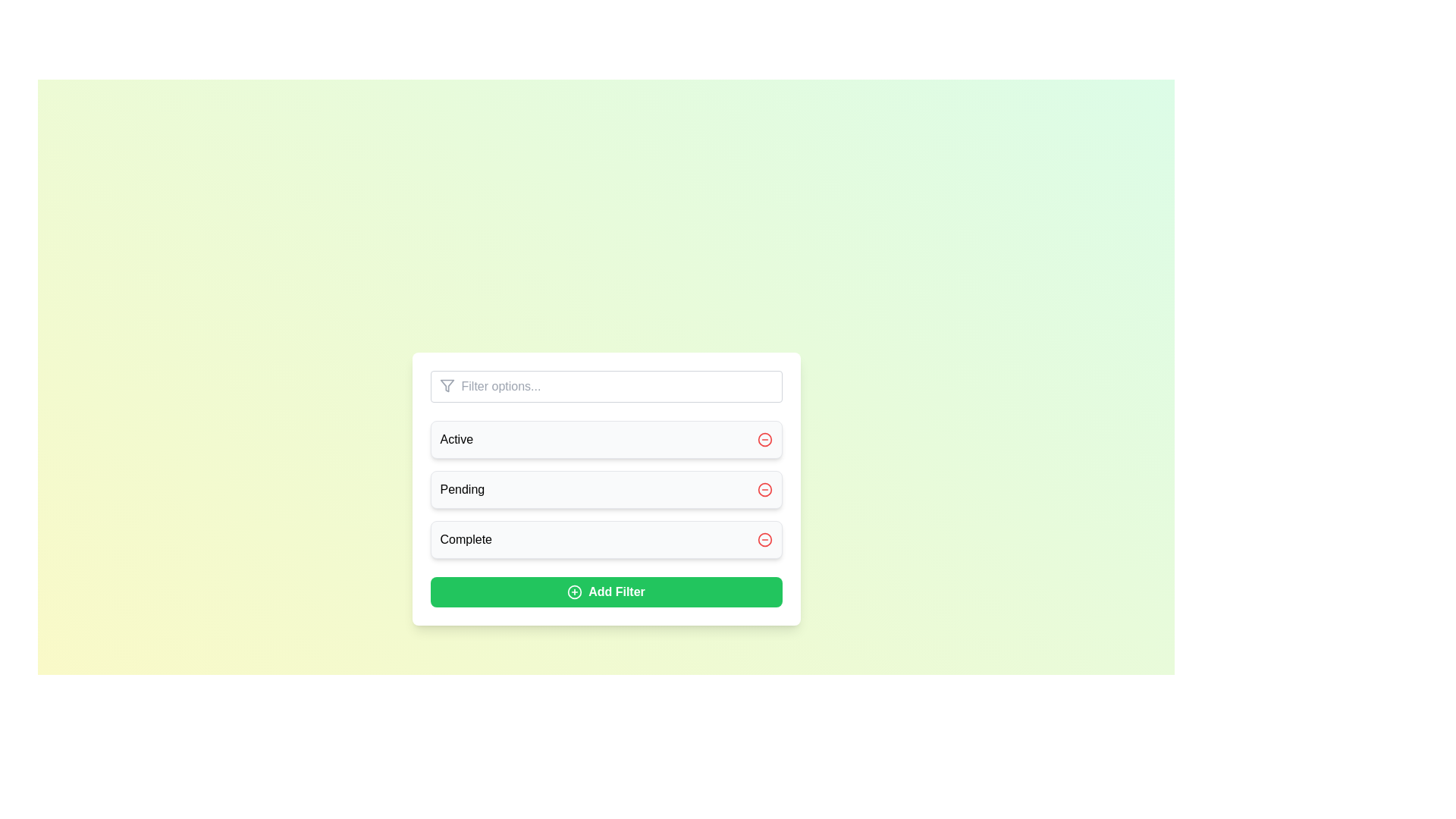 The height and width of the screenshot is (819, 1456). I want to click on the third entry in the filter list, which has a textual label and a red interactive icon indicating a completed state, so click(605, 539).